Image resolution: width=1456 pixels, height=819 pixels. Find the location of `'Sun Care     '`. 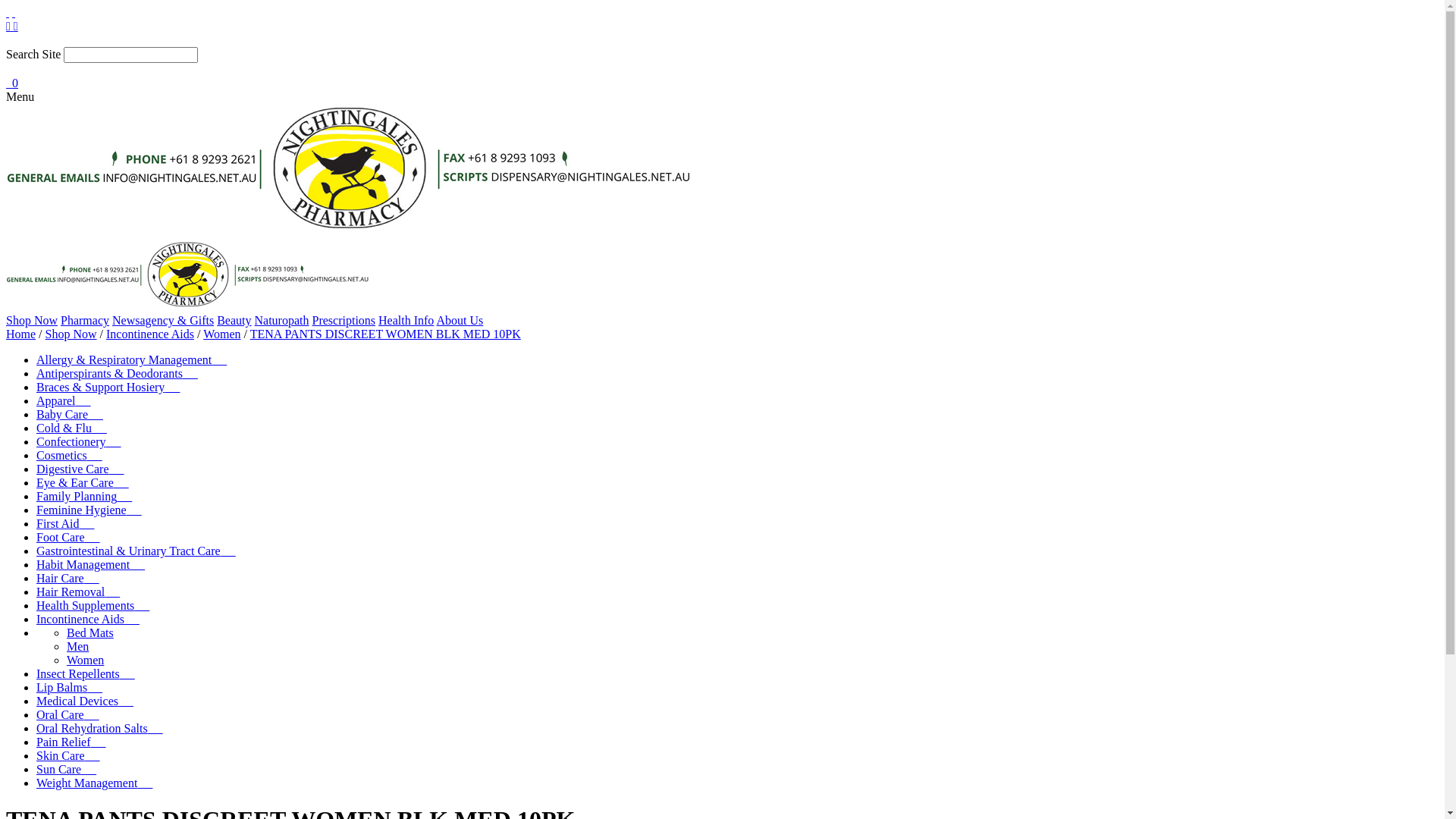

'Sun Care     ' is located at coordinates (65, 769).